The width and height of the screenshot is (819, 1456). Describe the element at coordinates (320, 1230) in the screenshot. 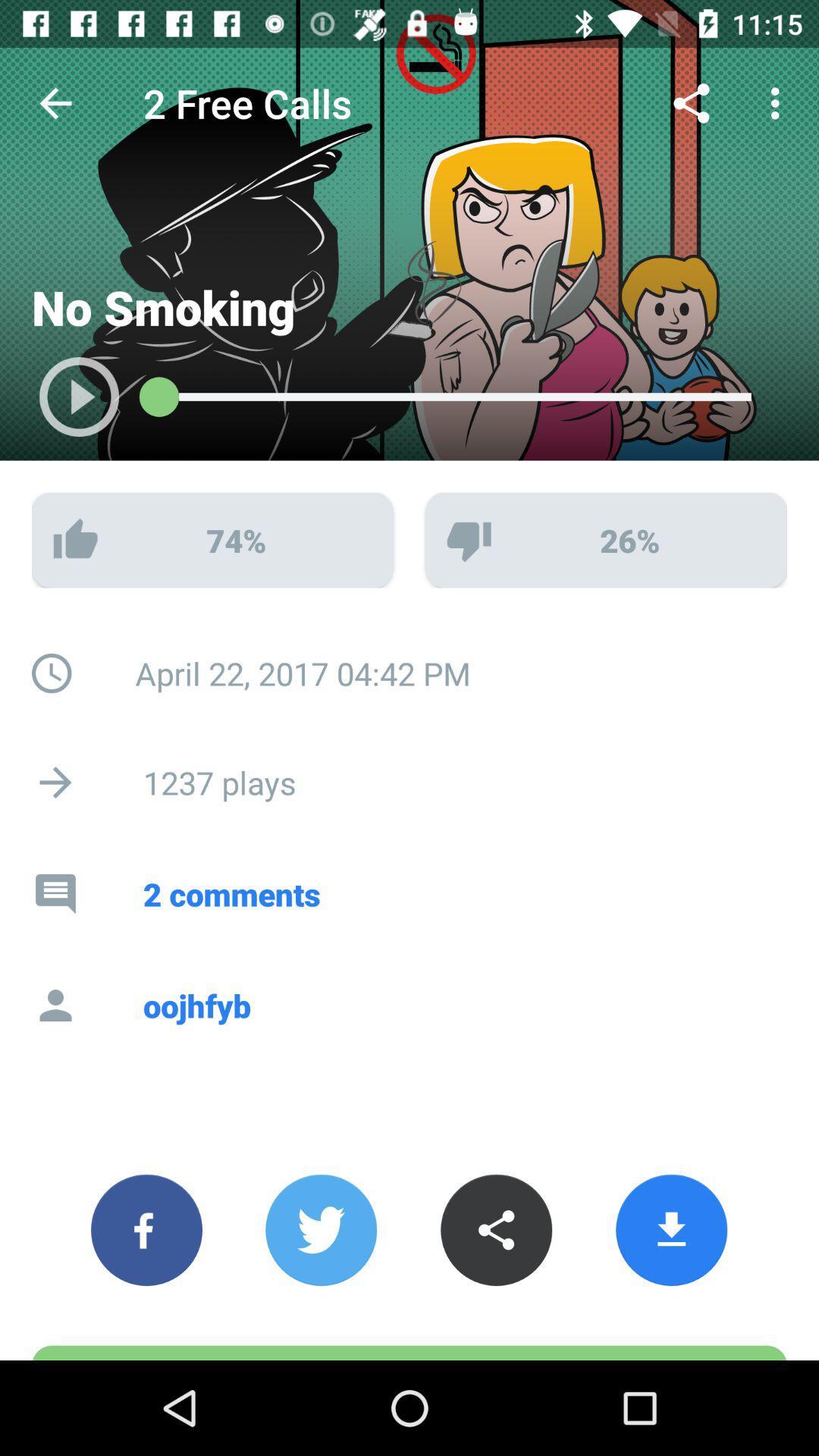

I see `the twitter icon` at that location.